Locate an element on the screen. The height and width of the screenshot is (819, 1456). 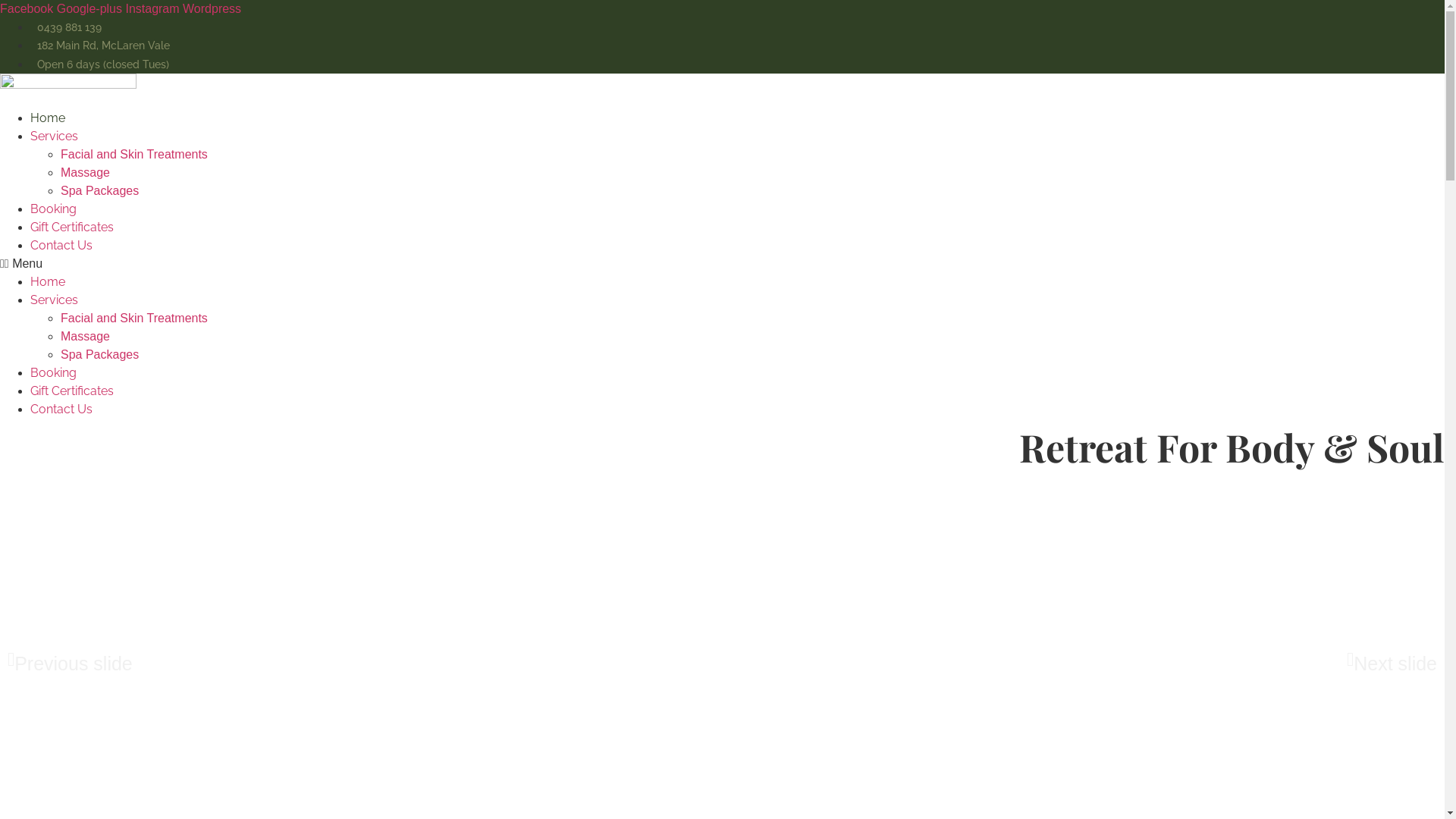
'Booking' is located at coordinates (53, 372).